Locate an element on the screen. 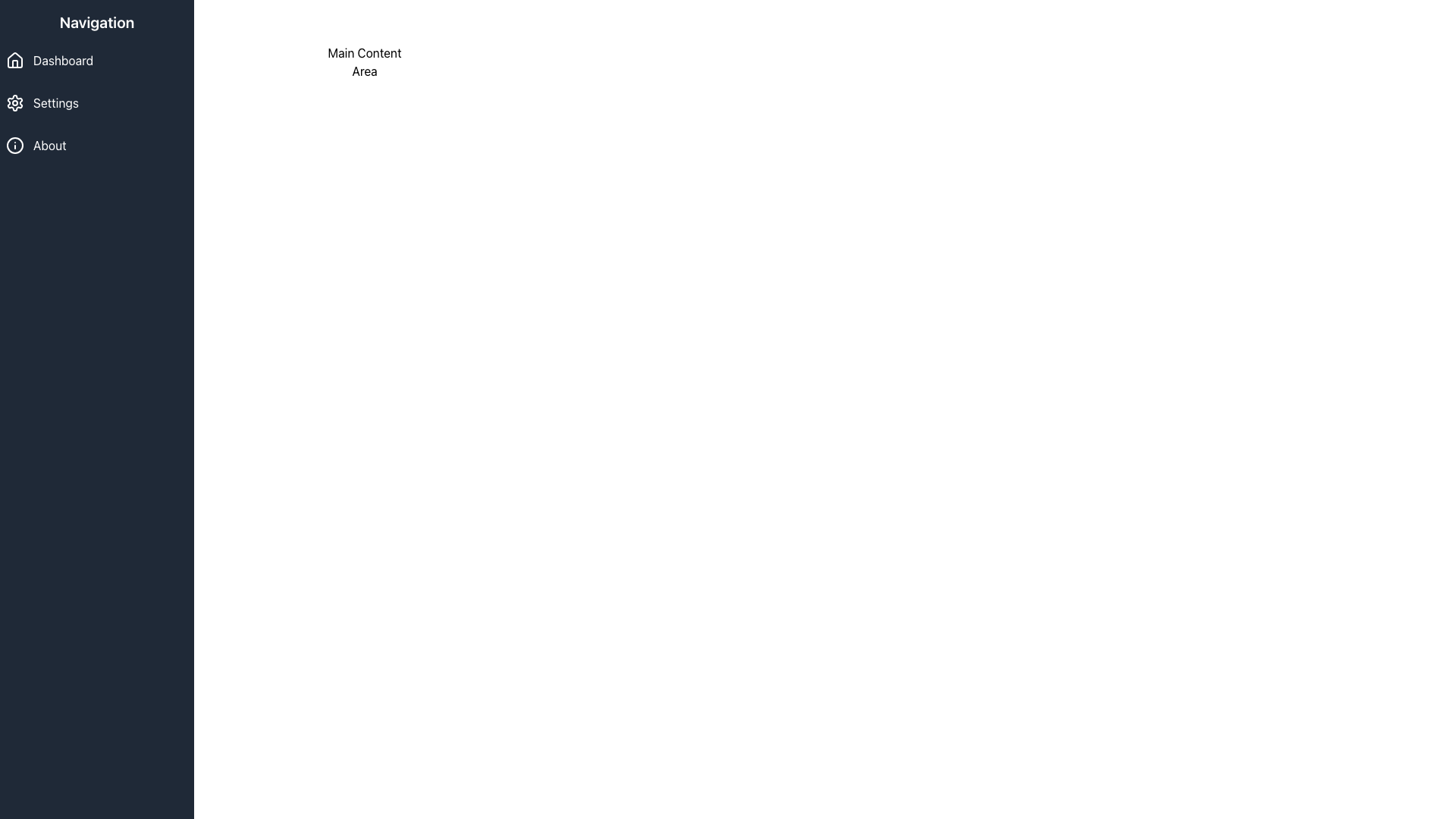  the rectangular structure of the house icon located in the 'Dashboard' menu option in the vertical navigation bar is located at coordinates (14, 63).